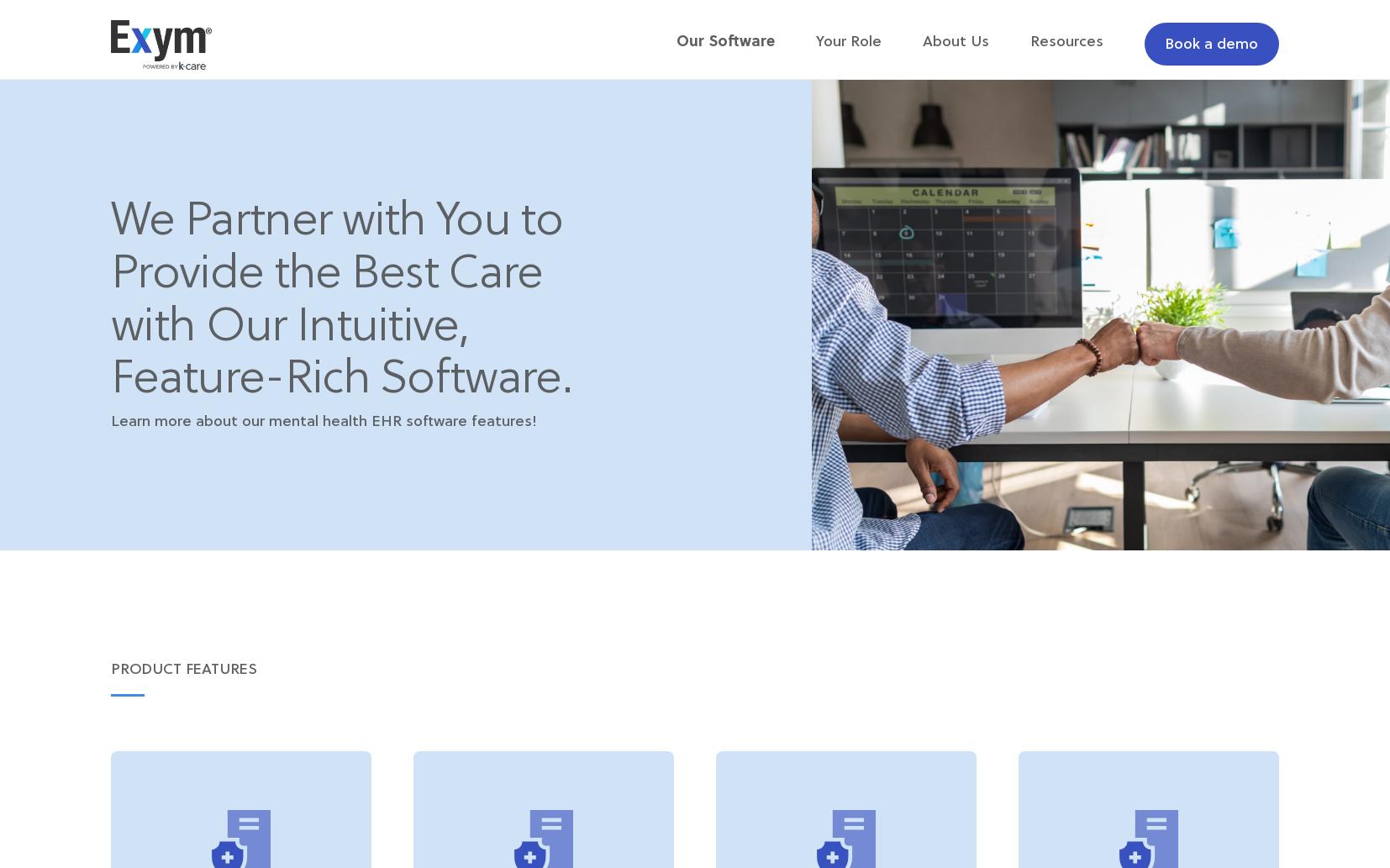 This screenshot has width=1390, height=868. Describe the element at coordinates (960, 153) in the screenshot. I see `'Support + Training'` at that location.